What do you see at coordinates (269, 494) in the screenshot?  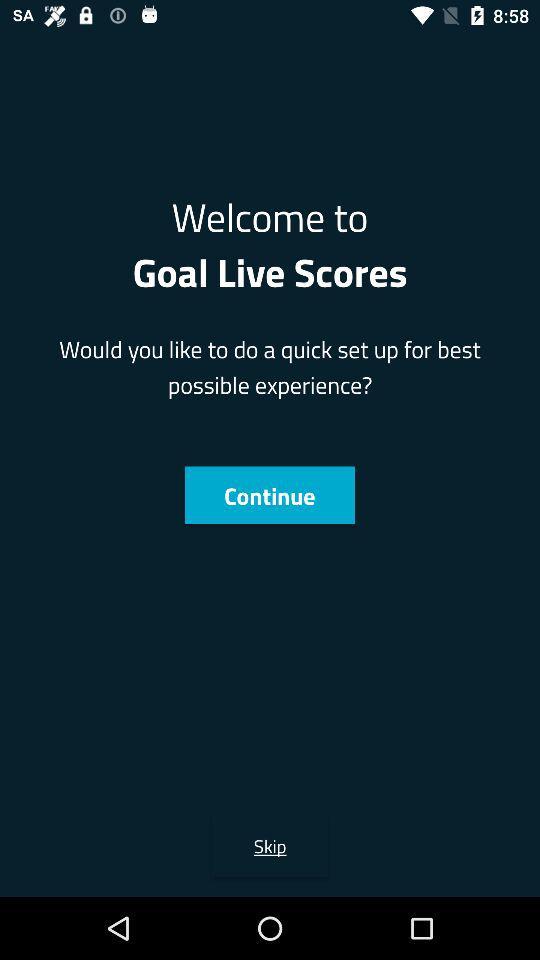 I see `the item below would you like` at bounding box center [269, 494].